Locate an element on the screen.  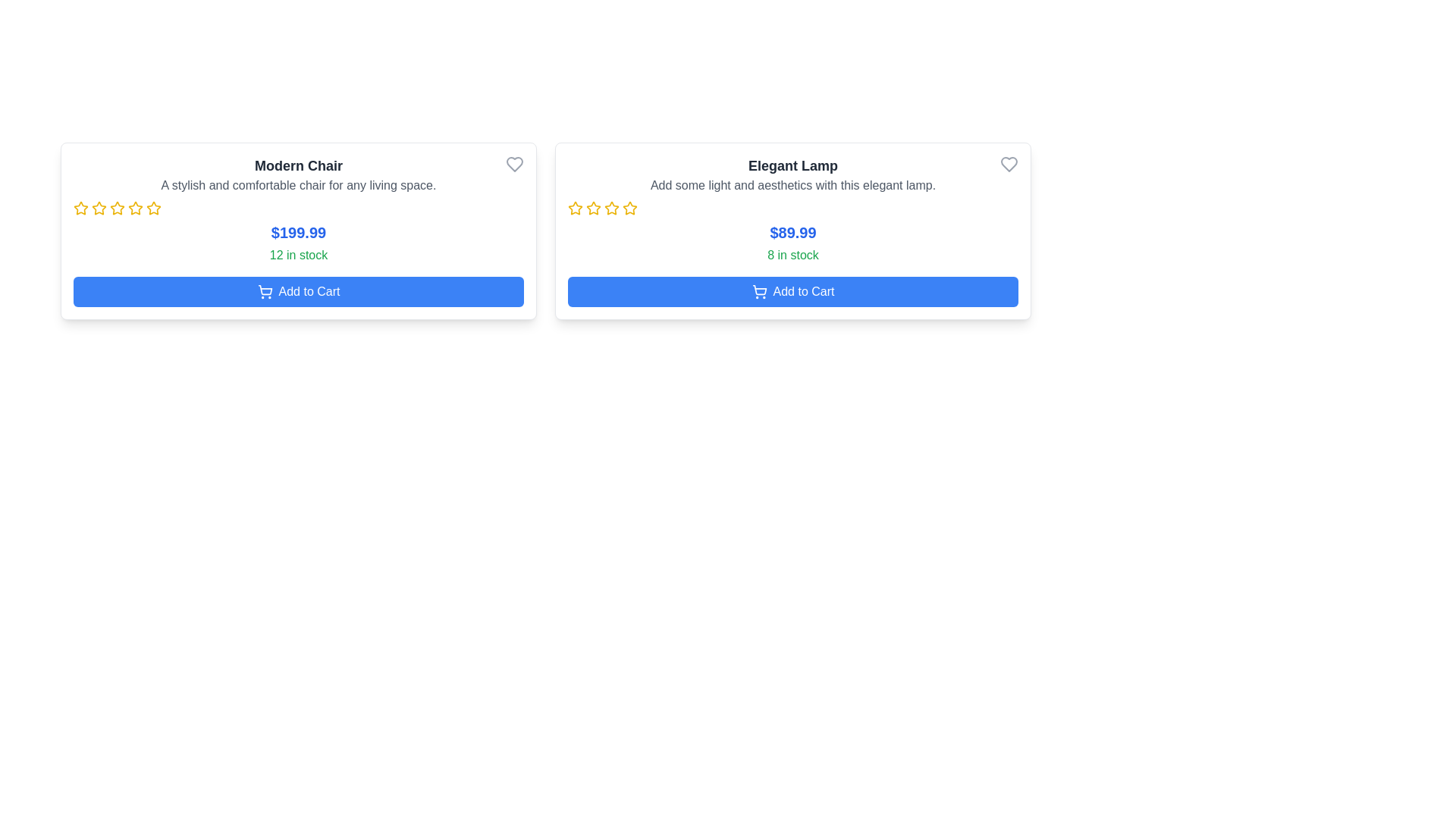
the third star icon in the rating section of the 'Elegant Lamp' product card is located at coordinates (611, 208).